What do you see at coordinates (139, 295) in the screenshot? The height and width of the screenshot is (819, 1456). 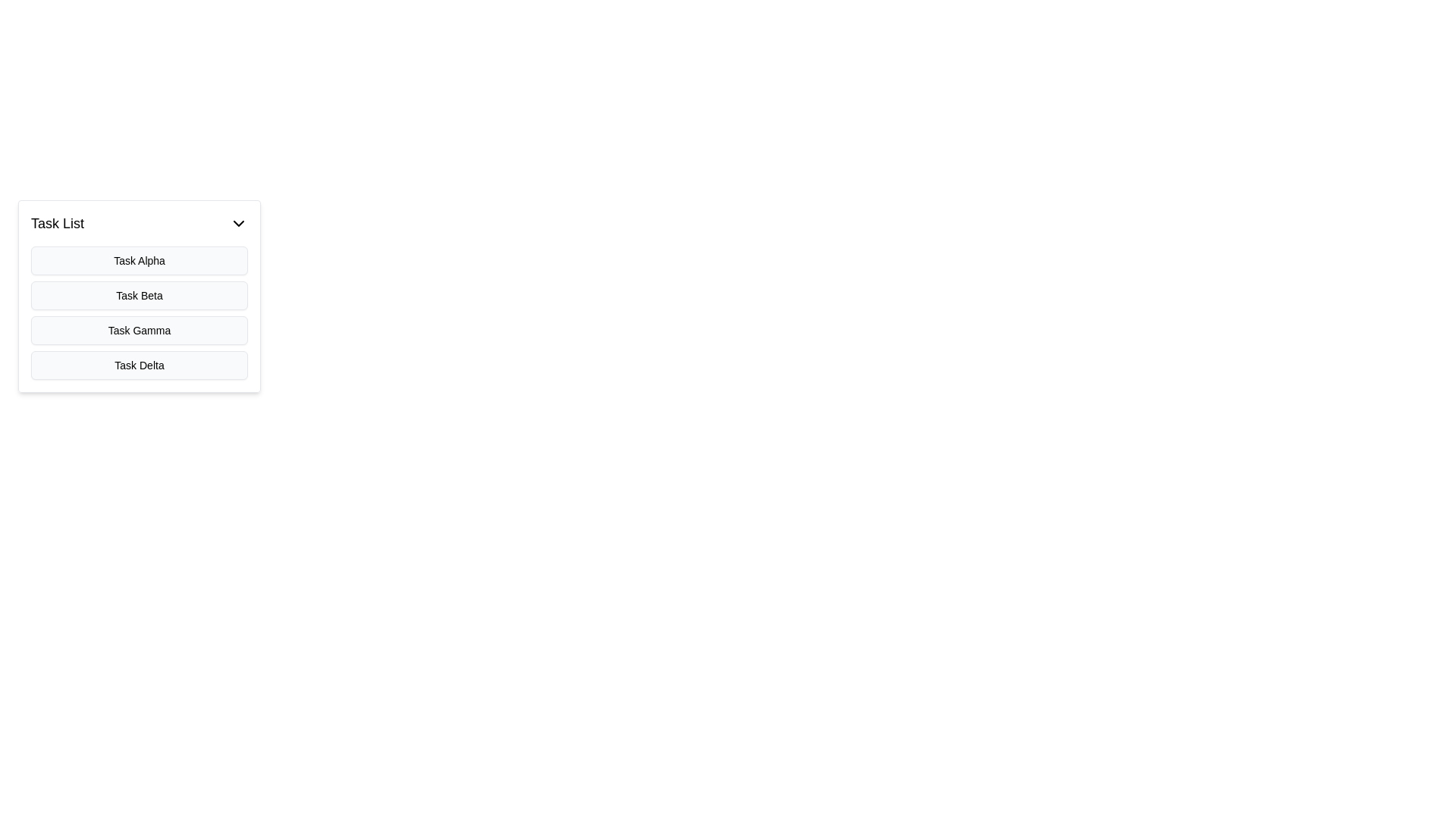 I see `the 'Task Beta' button, which is the second button in a vertical list of four buttons within the 'Task List' dropdown menu, to trigger the hover effect` at bounding box center [139, 295].